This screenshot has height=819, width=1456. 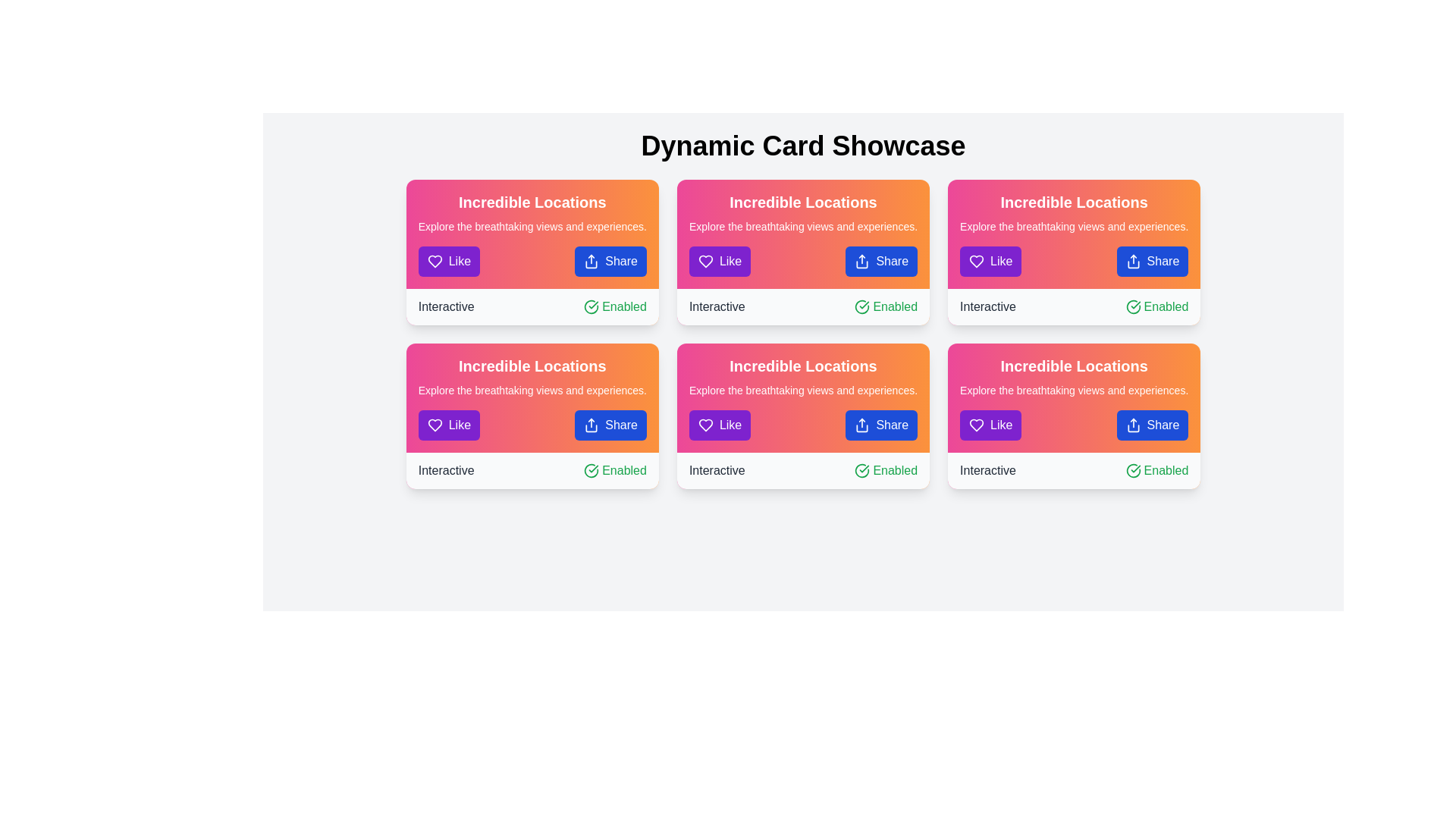 I want to click on the green circular icon with a checkmark indicating enabled status, located at the bottom-right corner of the third card in the top row, so click(x=862, y=307).